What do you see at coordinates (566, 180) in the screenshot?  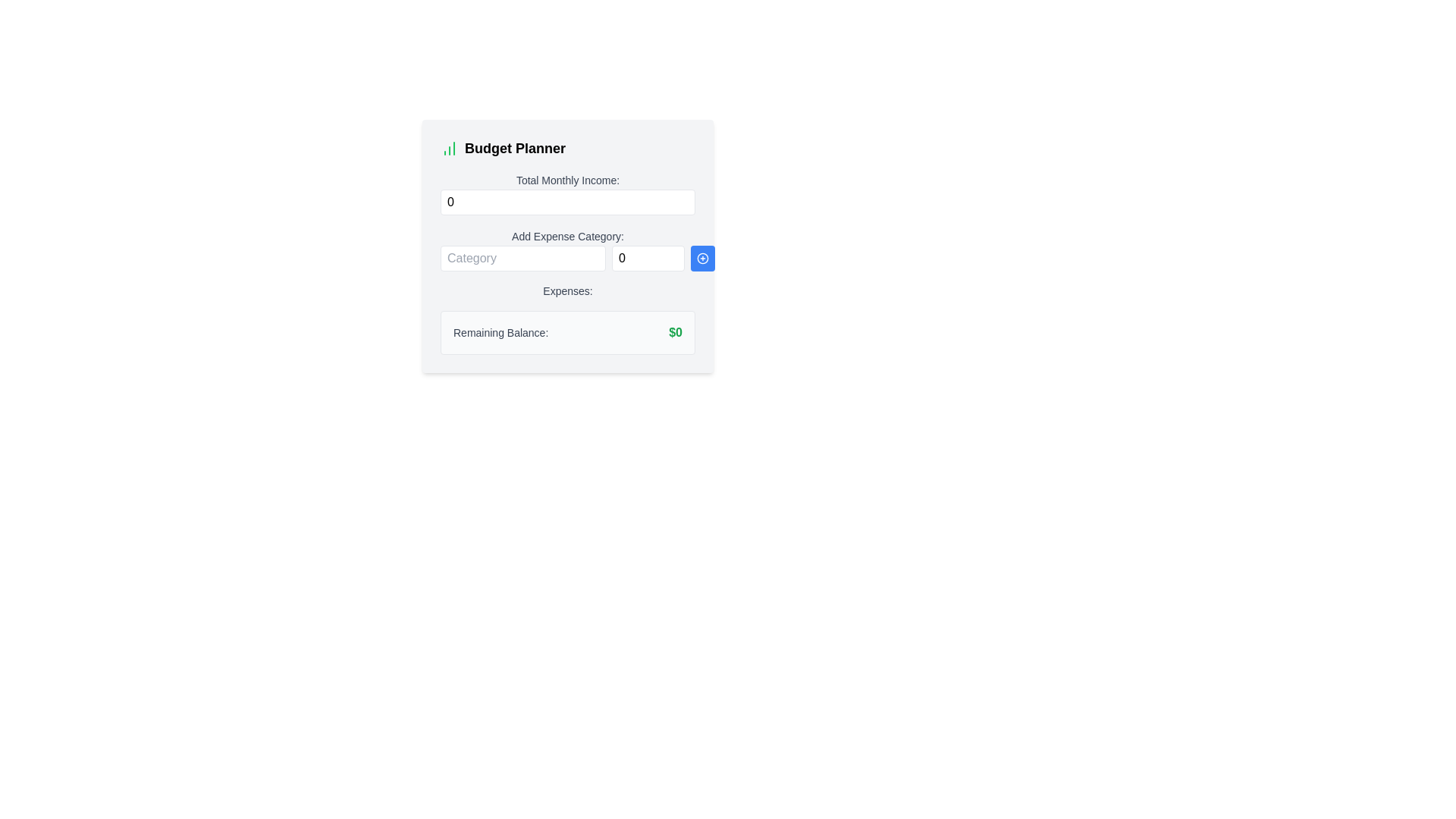 I see `the label displaying 'Total Monthly Income:' which is styled with small font size, medium weight, and gray color, positioned above the numeric input field in the budgeting application` at bounding box center [566, 180].